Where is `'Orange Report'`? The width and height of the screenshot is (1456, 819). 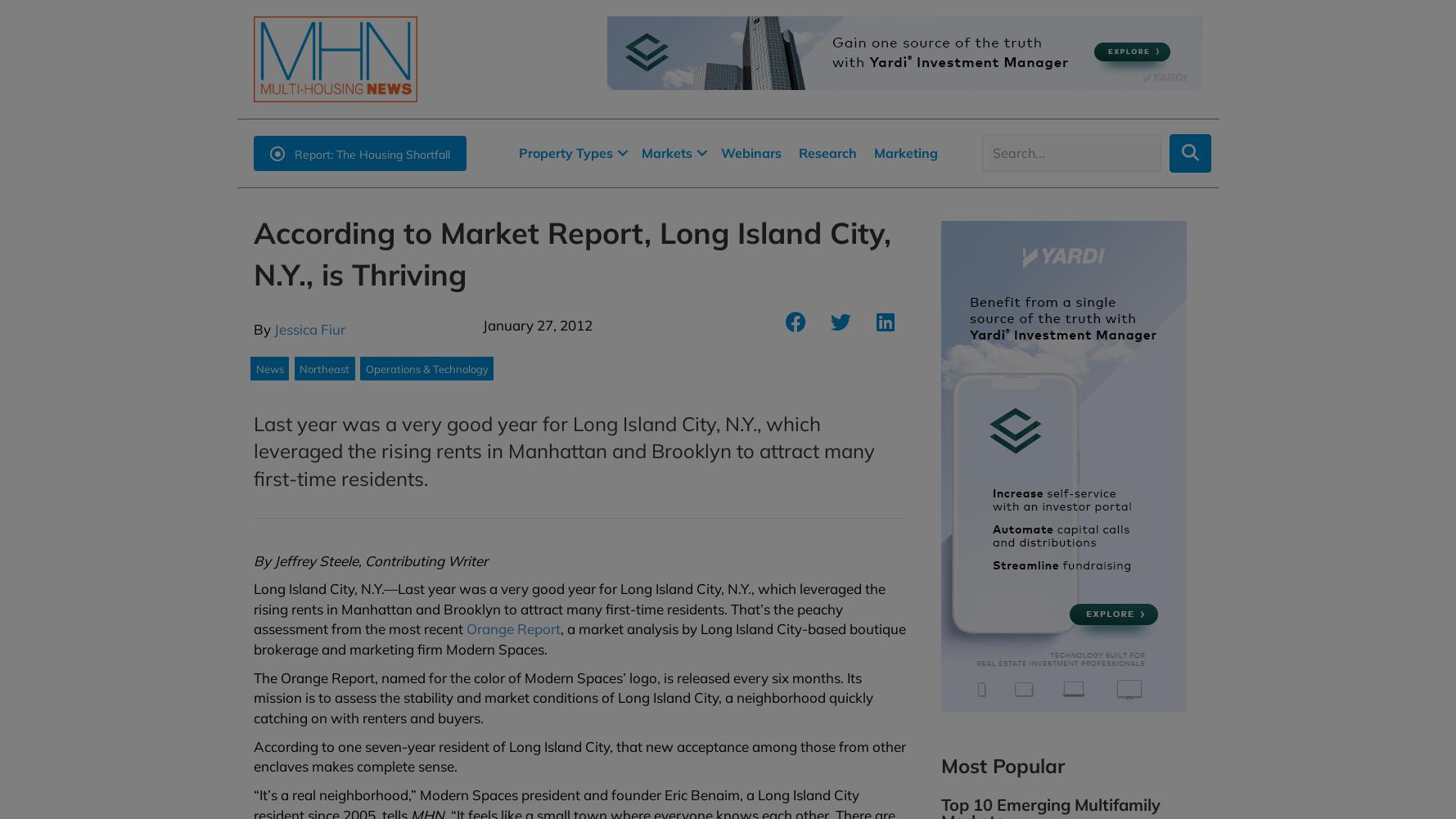
'Orange Report' is located at coordinates (512, 628).